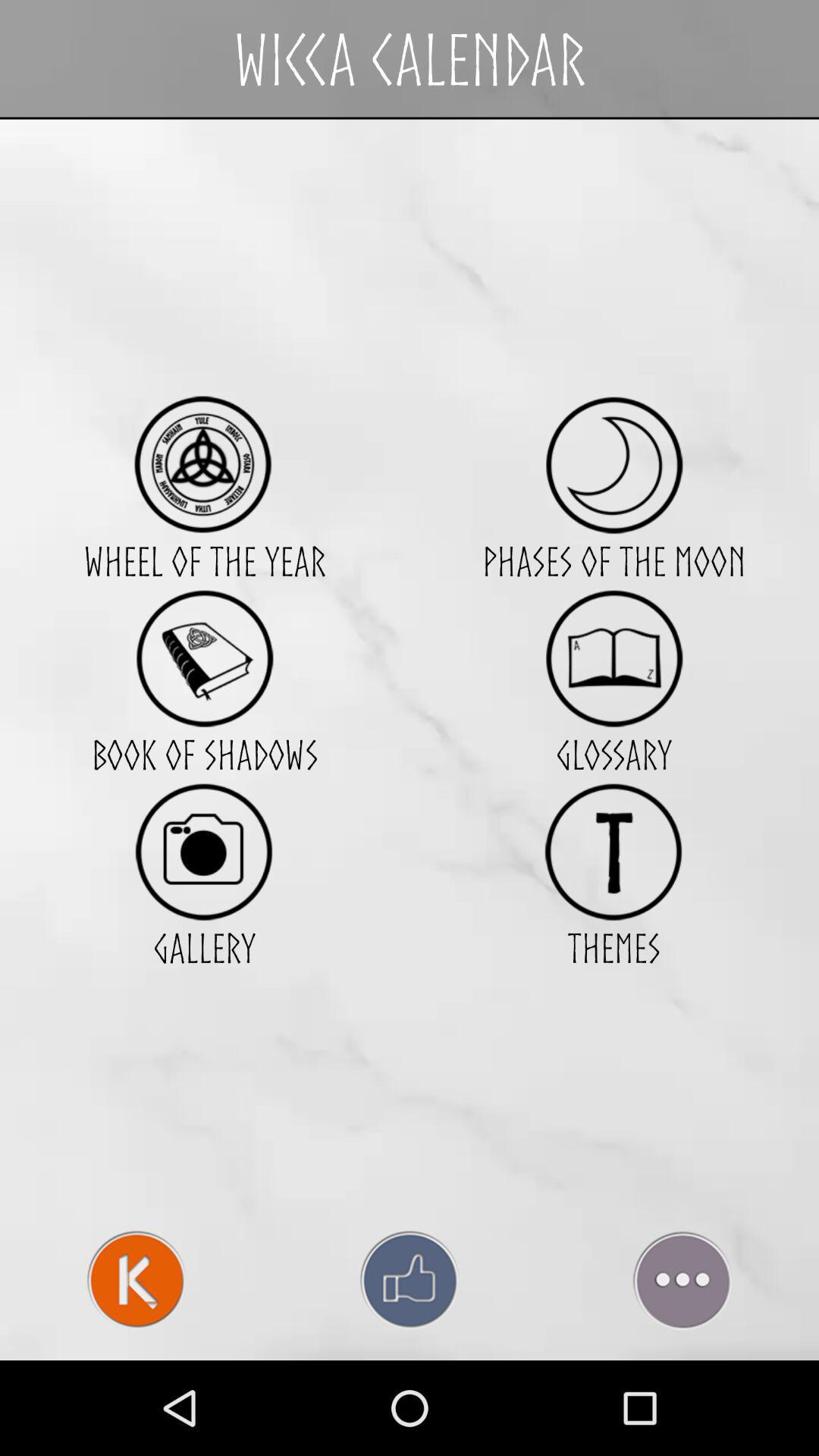  What do you see at coordinates (681, 1279) in the screenshot?
I see `more pages` at bounding box center [681, 1279].